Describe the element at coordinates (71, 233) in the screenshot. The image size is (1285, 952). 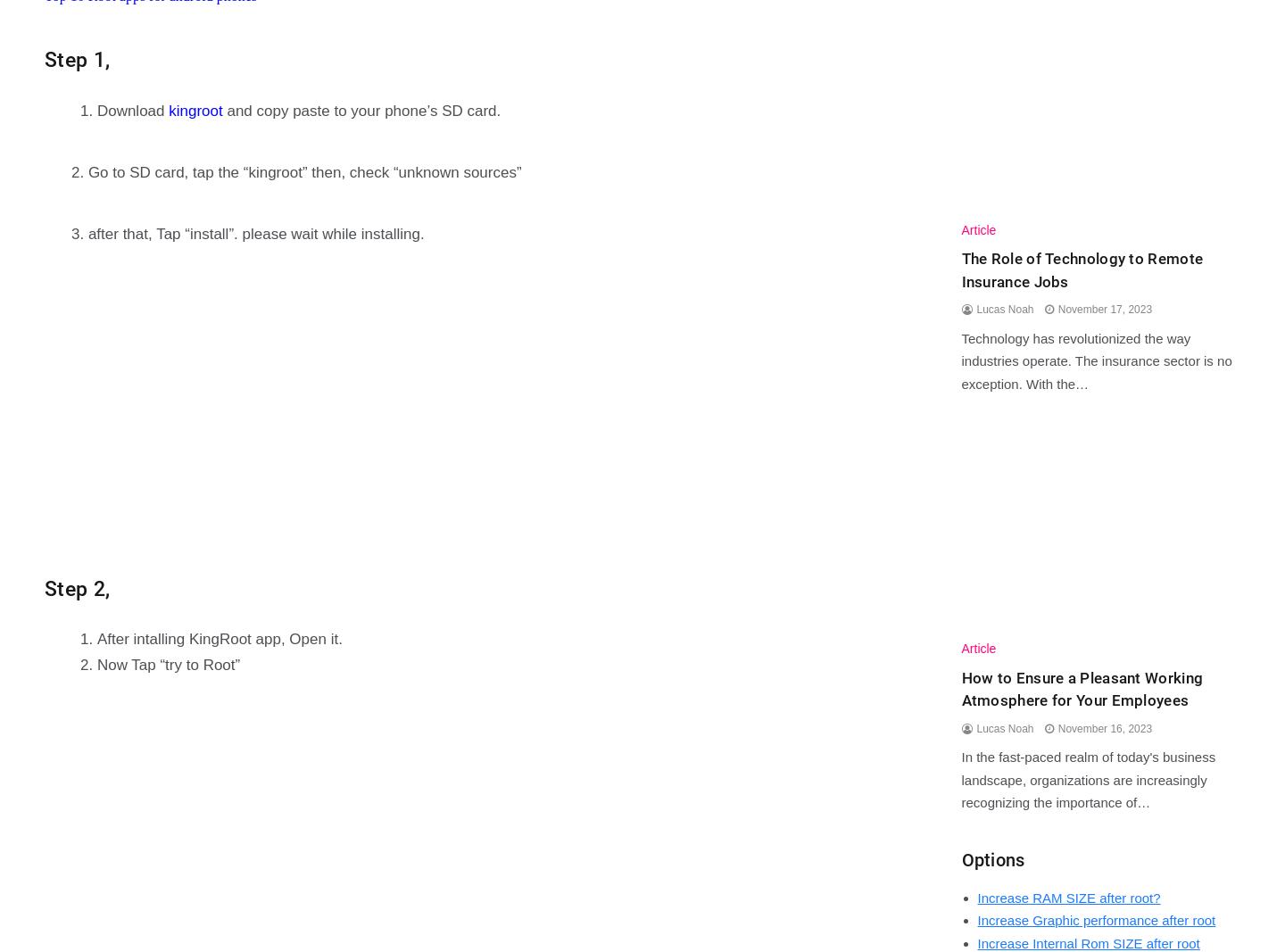
I see `'3. after that, Tap “install”. please wait while installing.'` at that location.